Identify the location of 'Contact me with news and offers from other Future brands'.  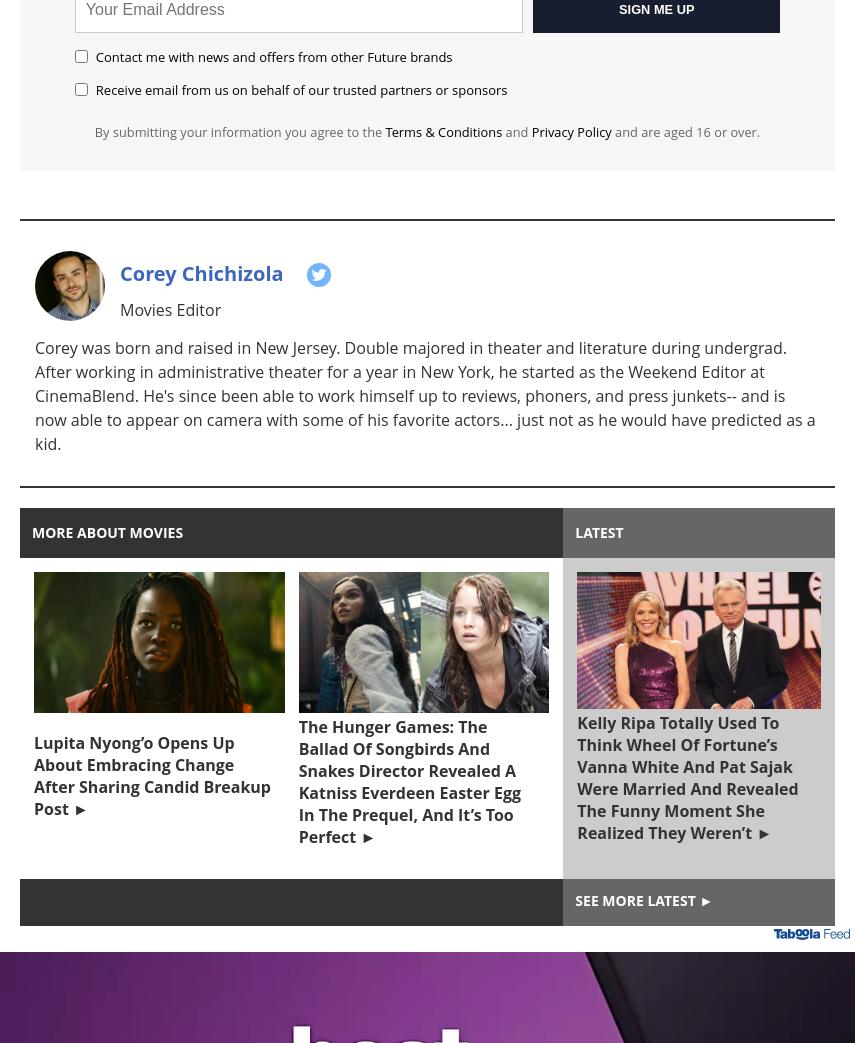
(273, 55).